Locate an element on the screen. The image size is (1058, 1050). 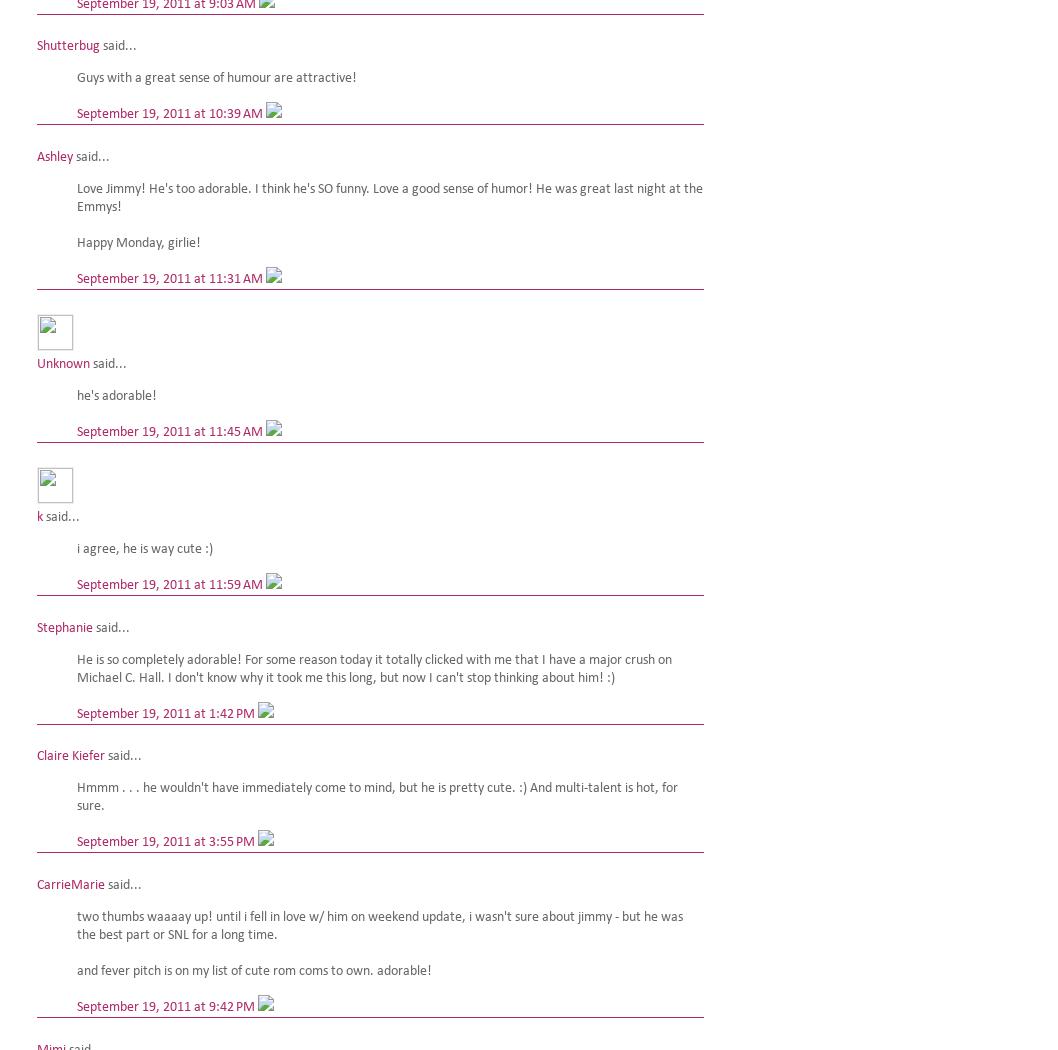
'September 19, 2011 at 1:42 PM' is located at coordinates (166, 712).